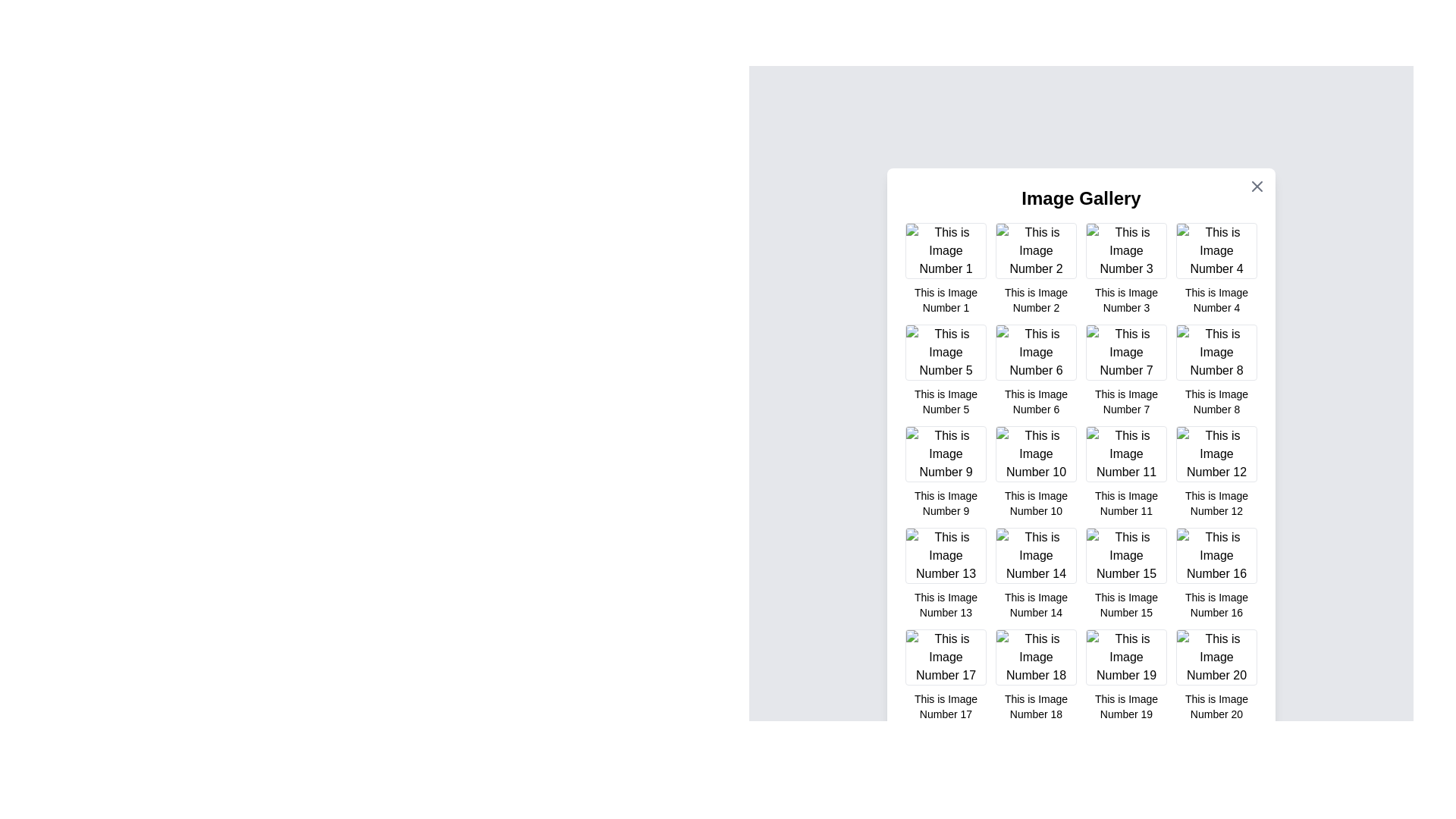  Describe the element at coordinates (1257, 186) in the screenshot. I see `close button to close the dialog` at that location.